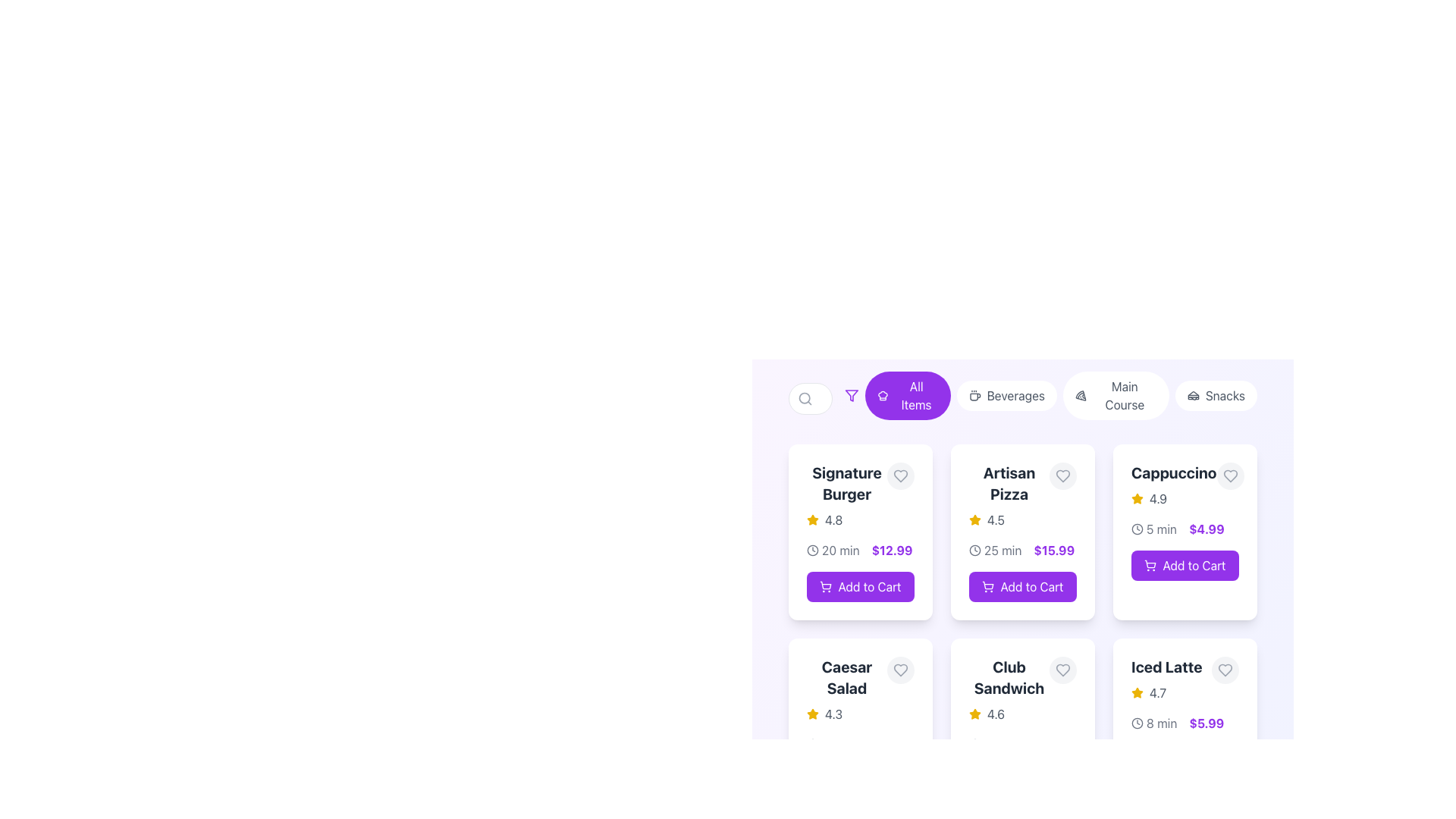 This screenshot has height=819, width=1456. Describe the element at coordinates (1022, 690) in the screenshot. I see `the 'Club Sandwich' text element which displays the name and rating, located in the second row of the grid structure` at that location.